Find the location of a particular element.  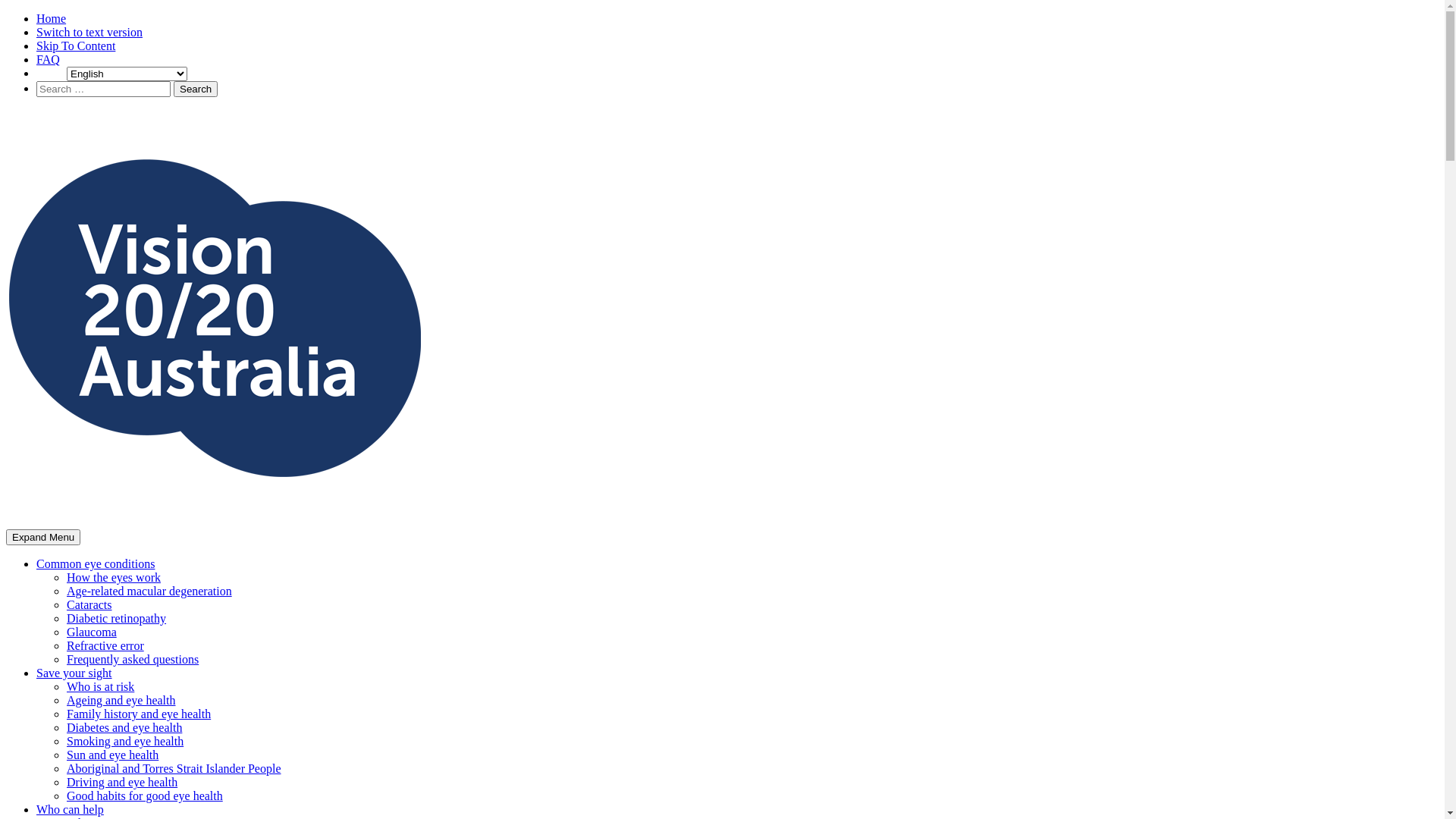

'Sun and eye health' is located at coordinates (65, 755).